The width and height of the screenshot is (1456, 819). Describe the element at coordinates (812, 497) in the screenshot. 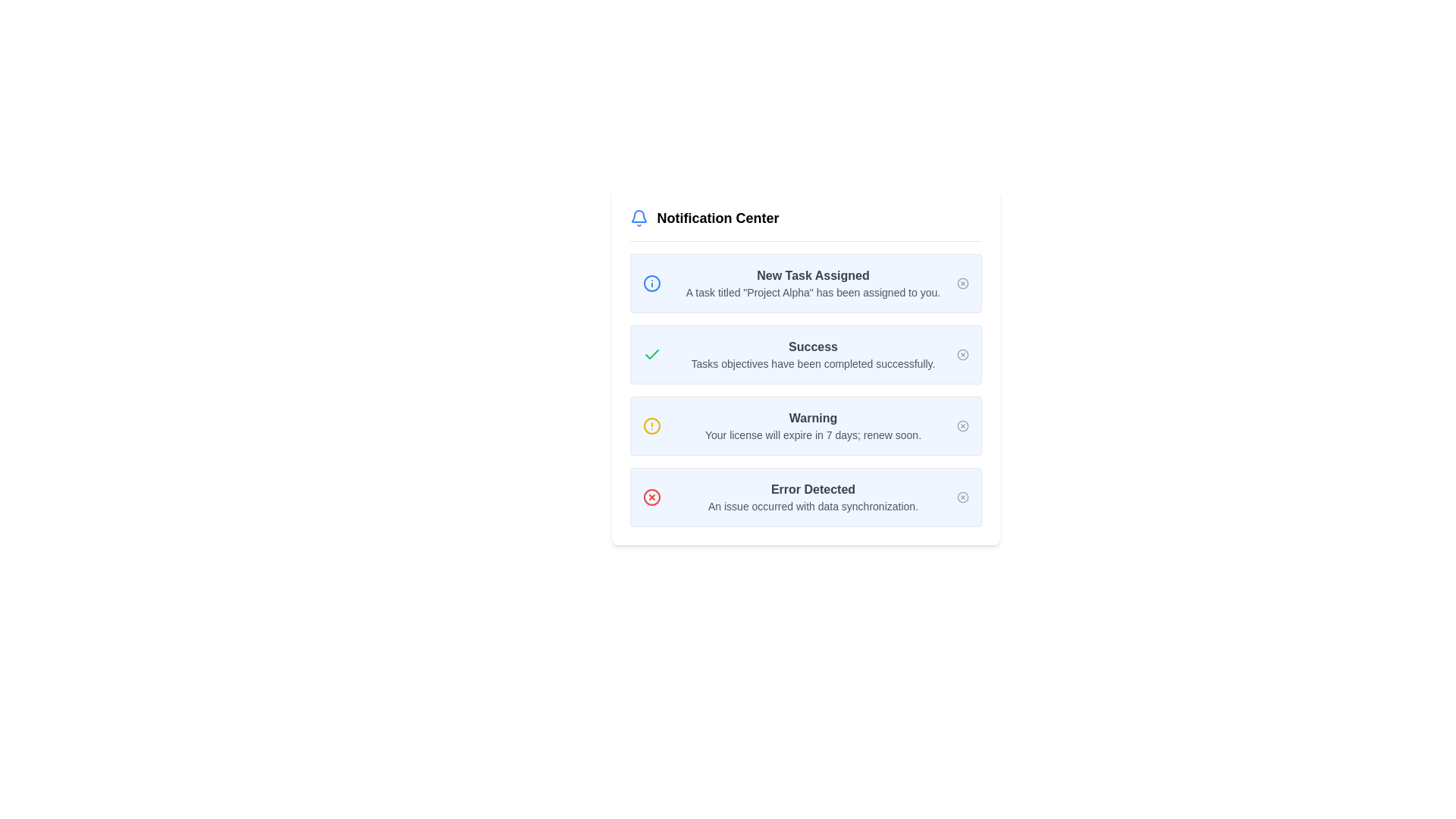

I see `the notification titled 'Error Detected' which is displayed within a light blue box at the bottom of the notification list` at that location.